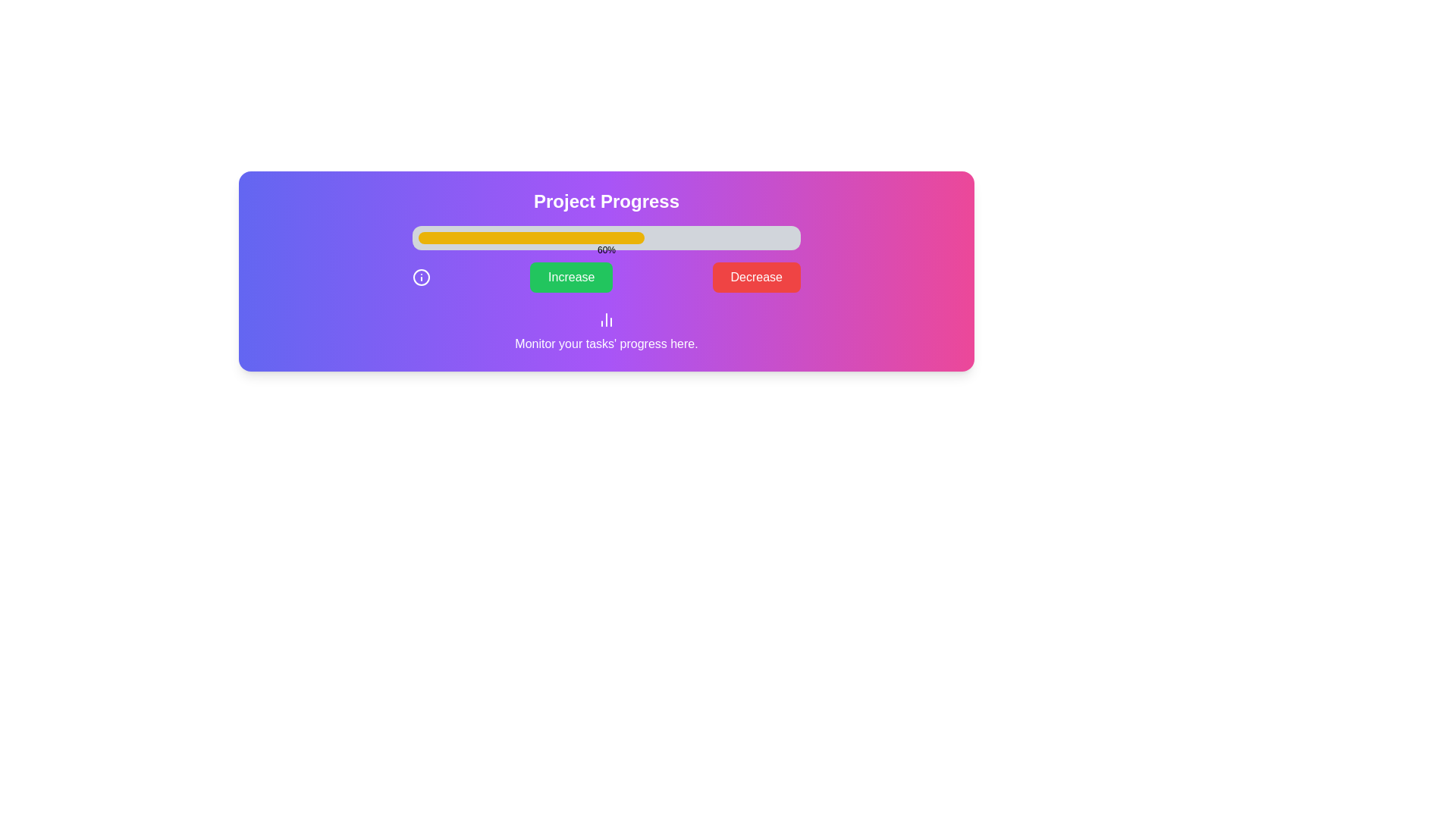 The image size is (1456, 819). What do you see at coordinates (607, 318) in the screenshot?
I see `the bar chart icon with three vertical bars on a purple gradient background` at bounding box center [607, 318].